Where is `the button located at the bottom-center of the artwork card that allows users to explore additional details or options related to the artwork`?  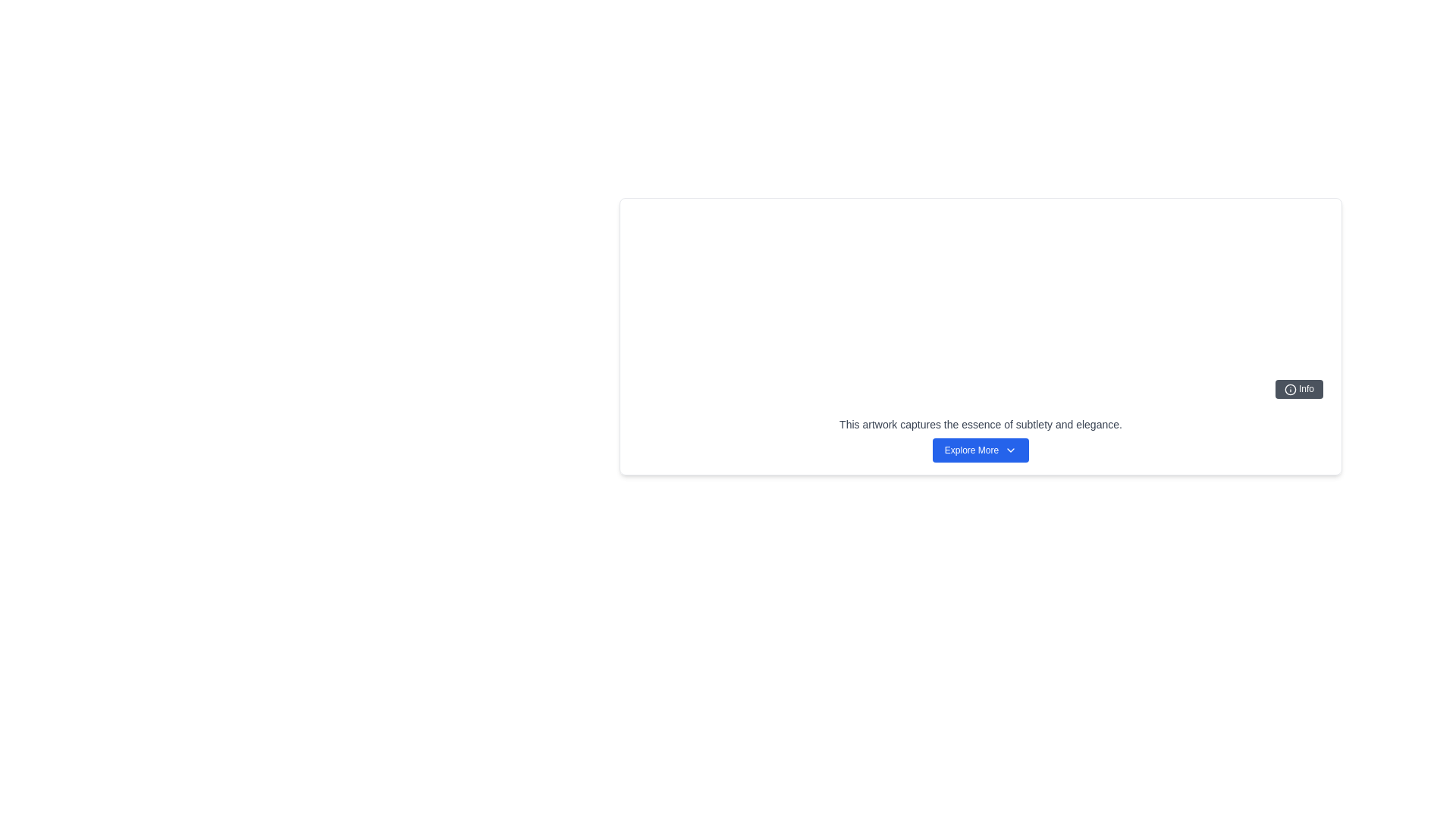 the button located at the bottom-center of the artwork card that allows users to explore additional details or options related to the artwork is located at coordinates (981, 450).